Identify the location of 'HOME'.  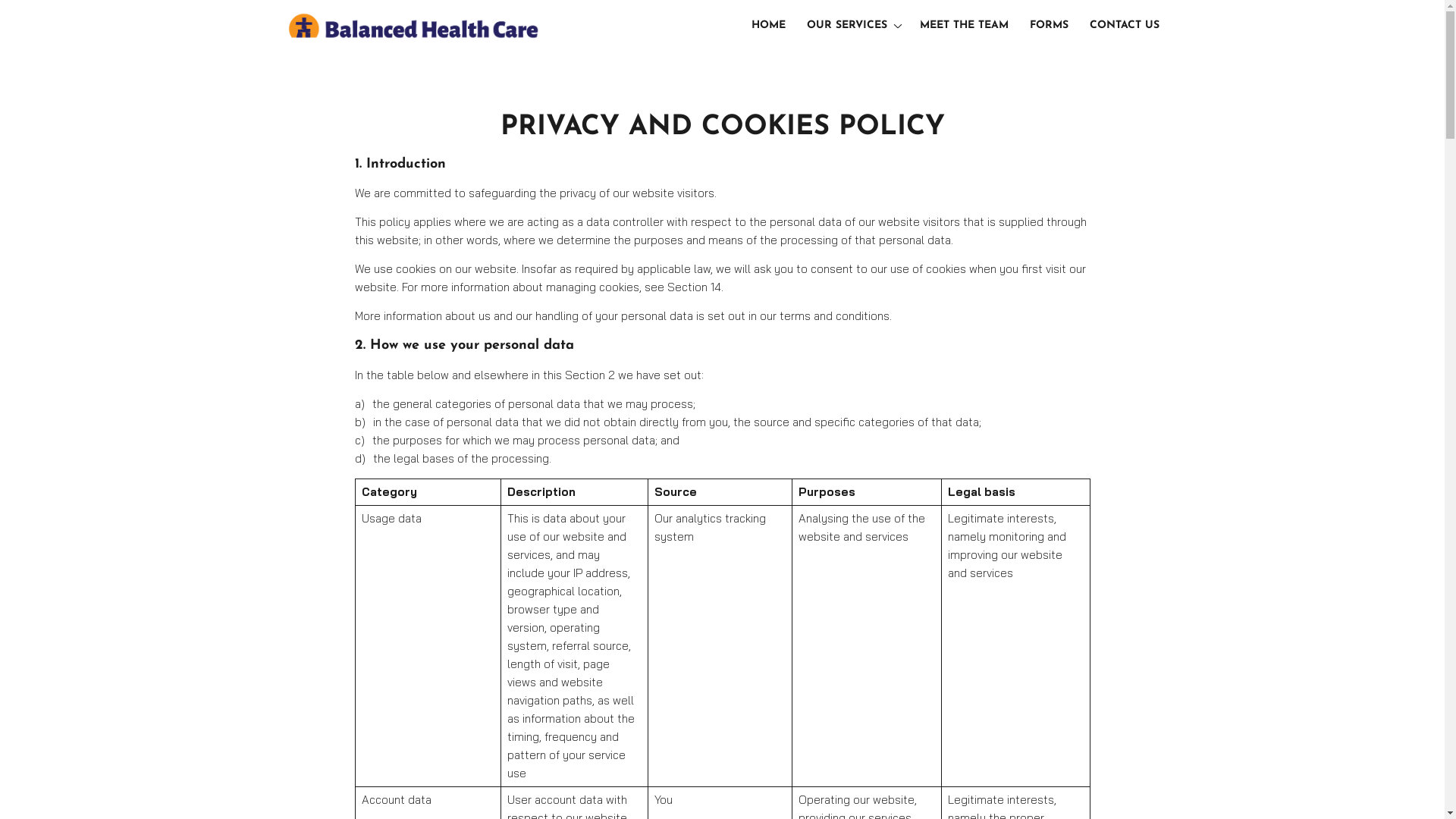
(768, 26).